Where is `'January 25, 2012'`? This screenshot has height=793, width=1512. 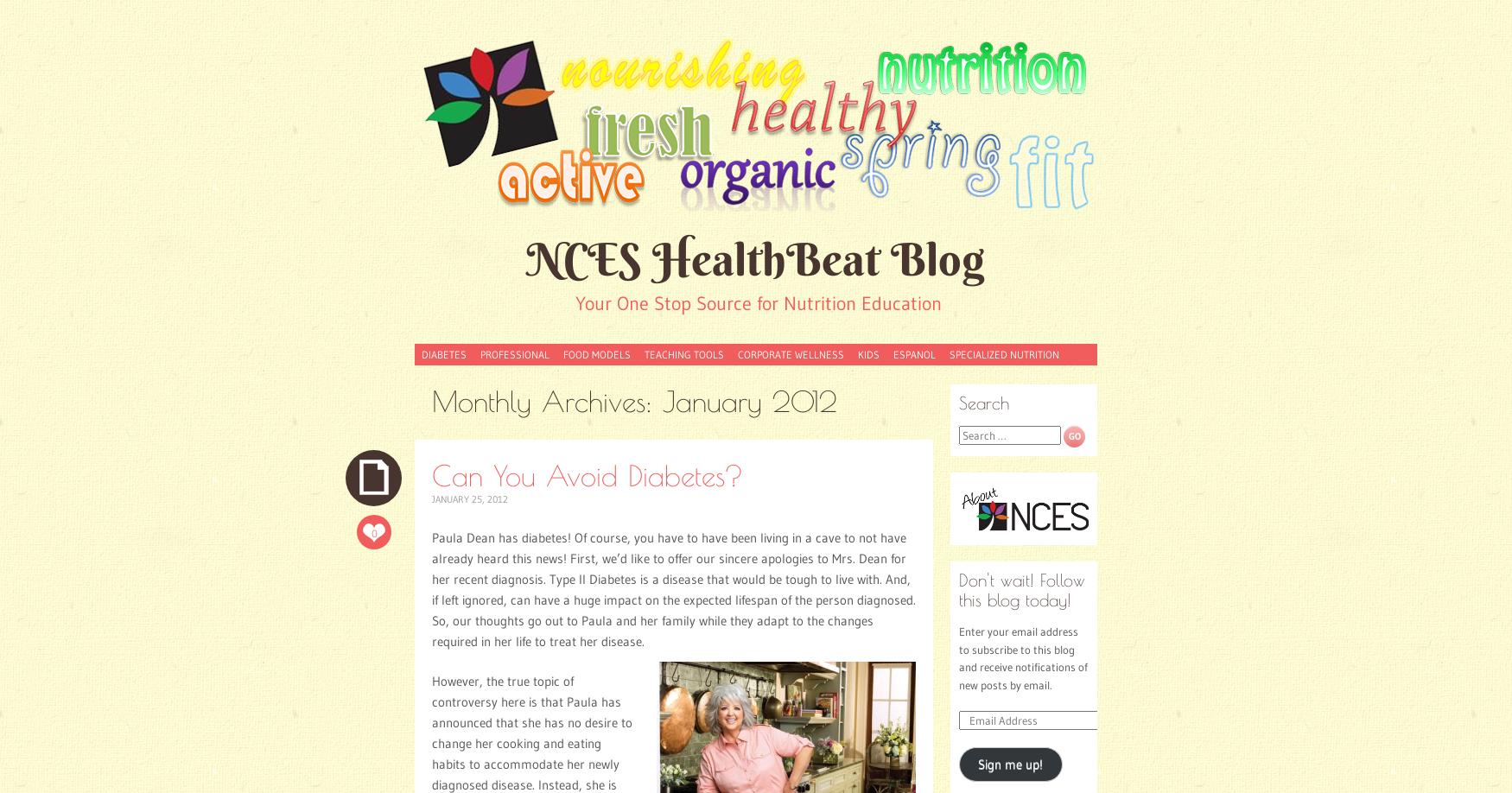
'January 25, 2012' is located at coordinates (469, 498).